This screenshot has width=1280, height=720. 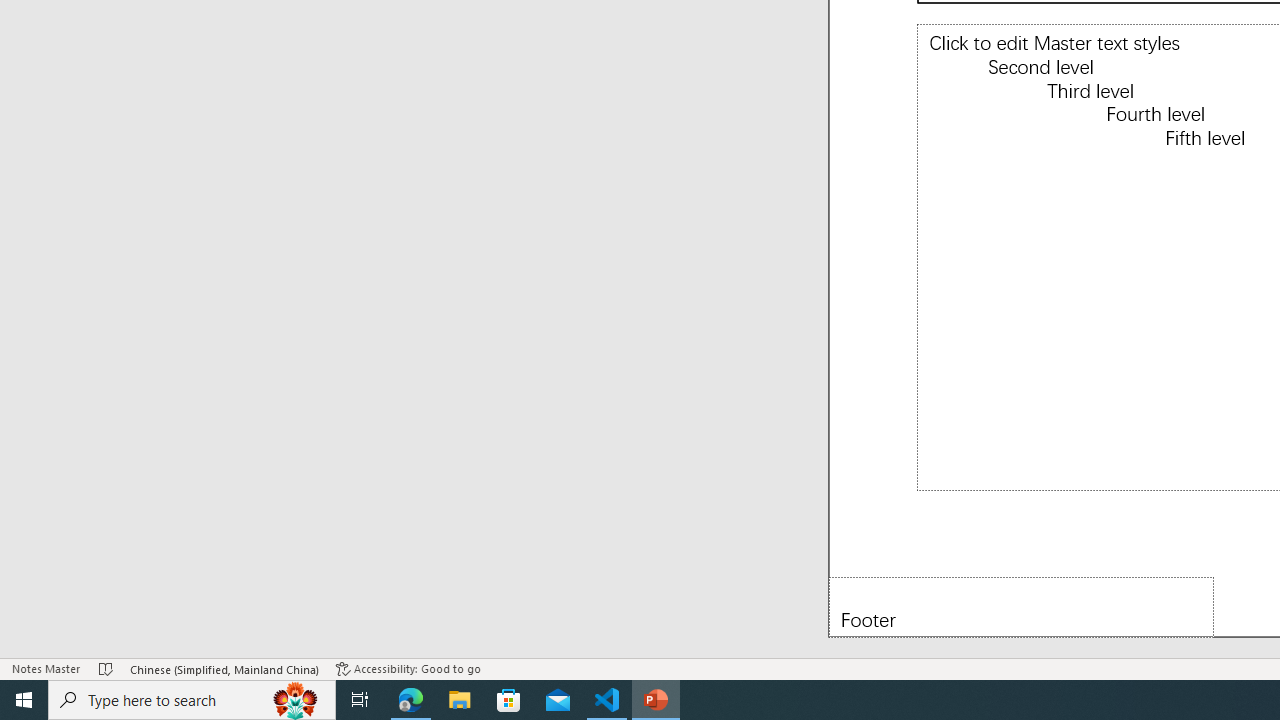 I want to click on 'Accessibility Checker Accessibility: Good to go', so click(x=407, y=669).